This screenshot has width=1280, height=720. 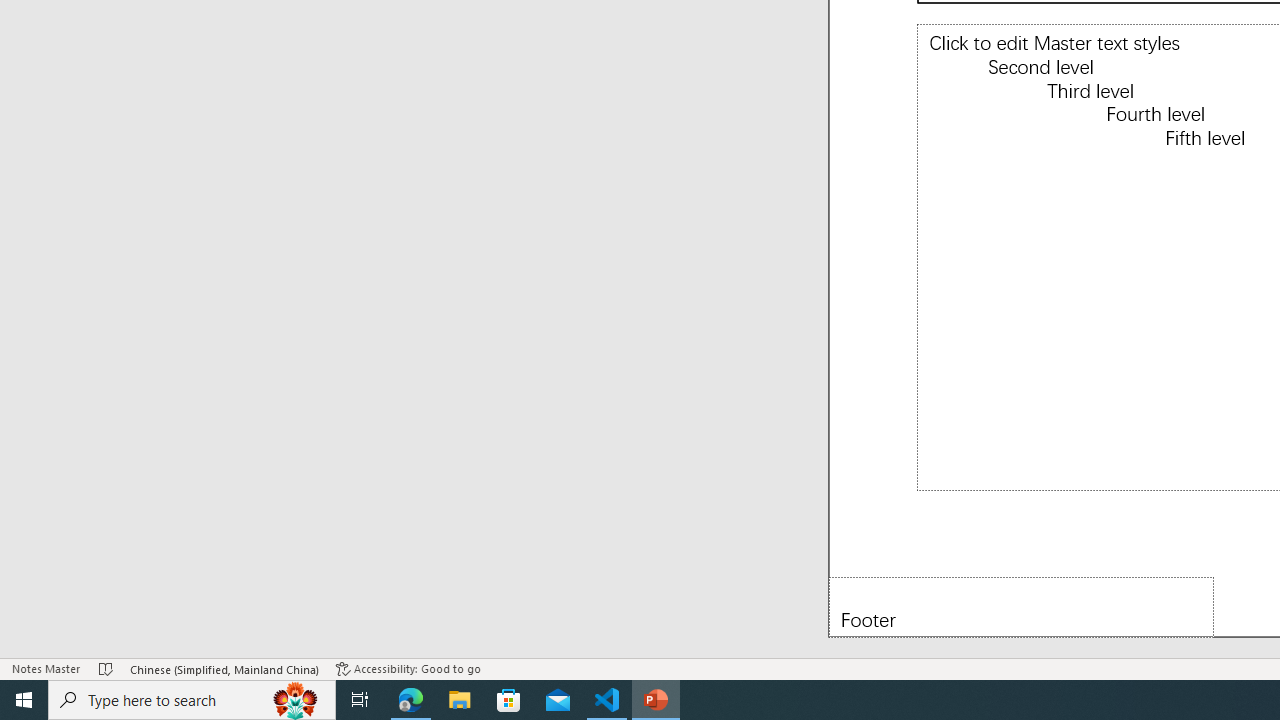 I want to click on 'Accessibility Checker Accessibility: Good to go', so click(x=407, y=669).